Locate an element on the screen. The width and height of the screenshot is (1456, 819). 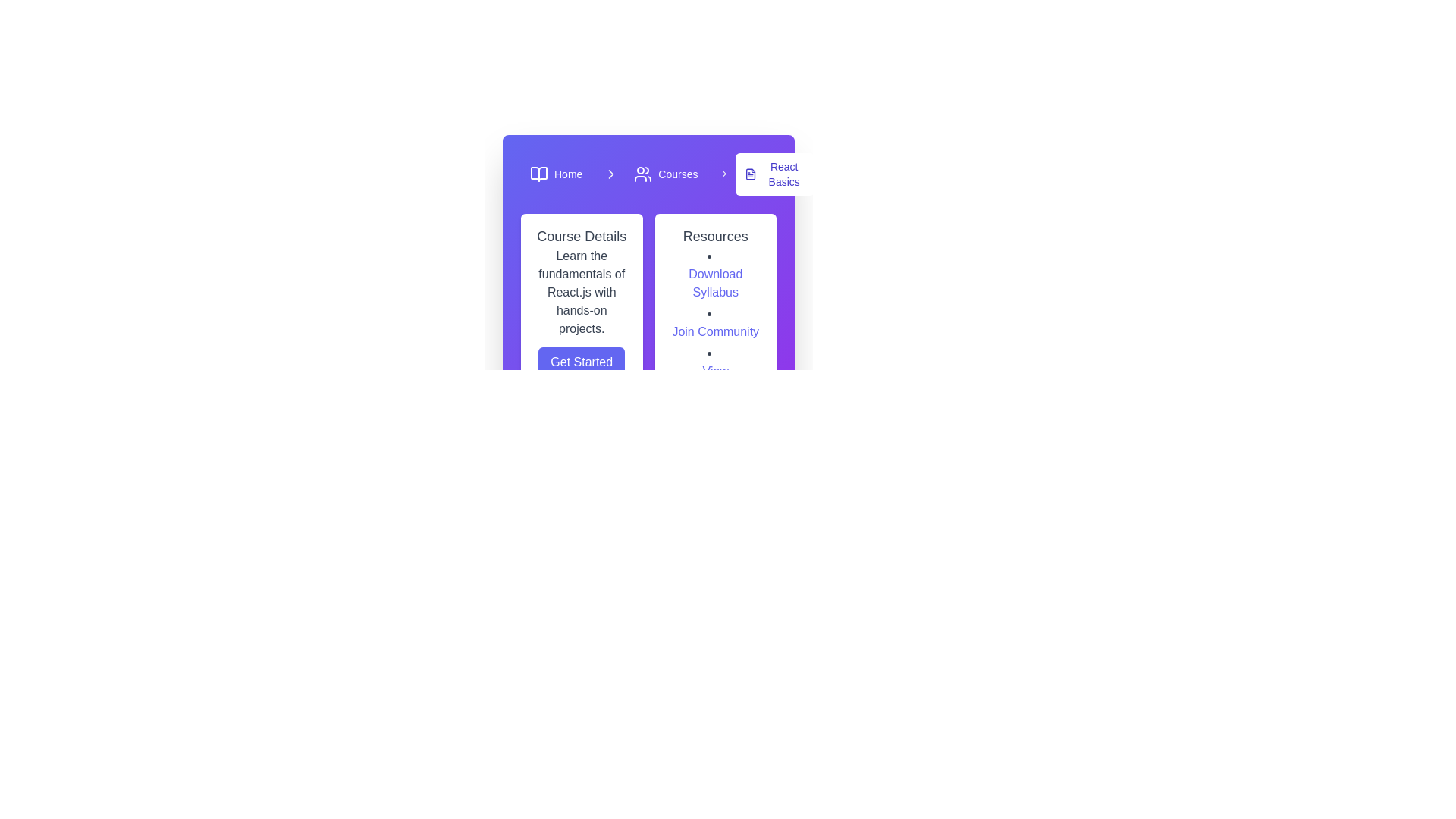
the 'React Basics' text navigation link located near the top-right of the interface is located at coordinates (784, 174).